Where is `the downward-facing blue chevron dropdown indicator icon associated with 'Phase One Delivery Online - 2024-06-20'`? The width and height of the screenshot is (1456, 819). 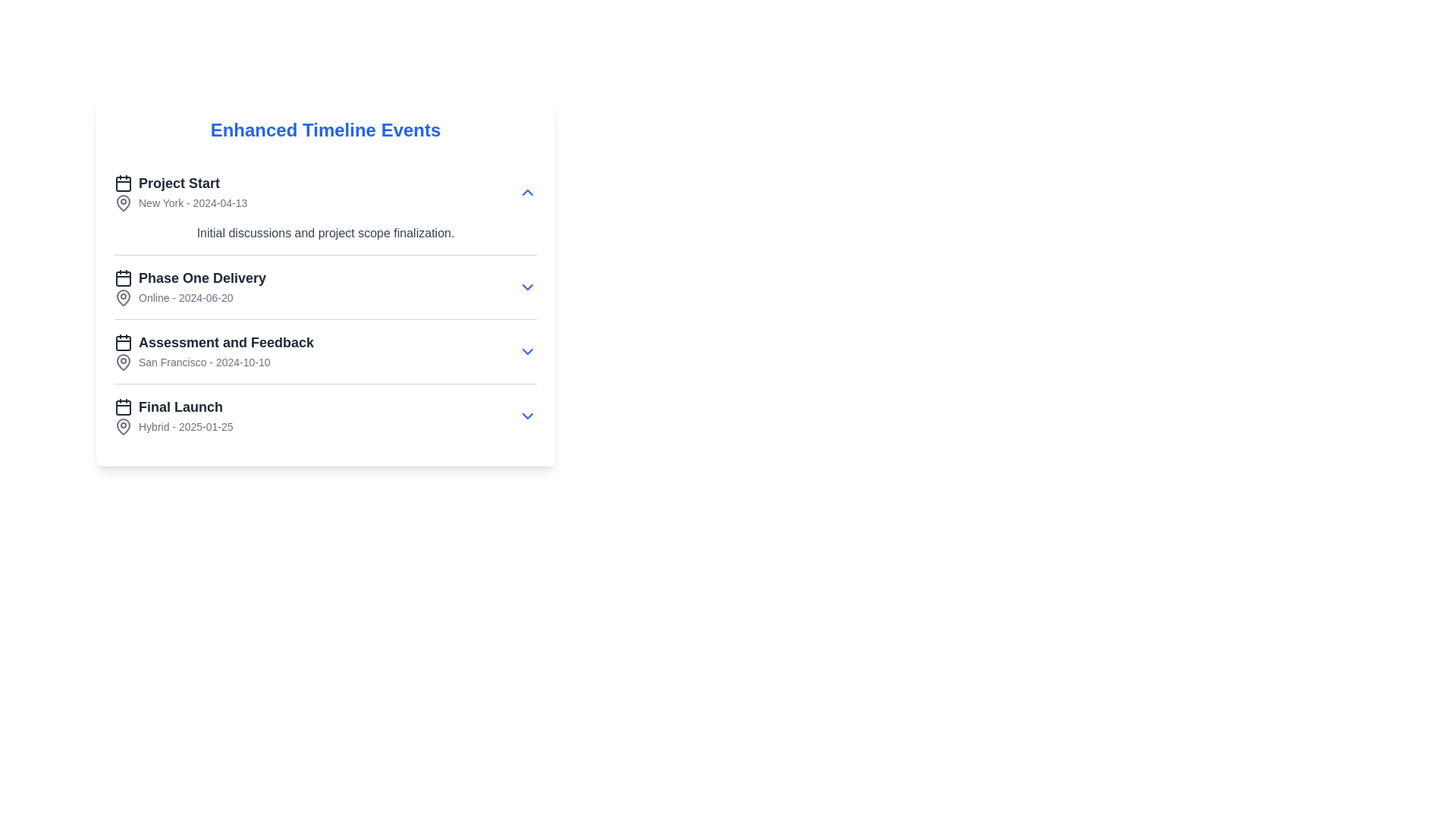
the downward-facing blue chevron dropdown indicator icon associated with 'Phase One Delivery Online - 2024-06-20' is located at coordinates (528, 287).